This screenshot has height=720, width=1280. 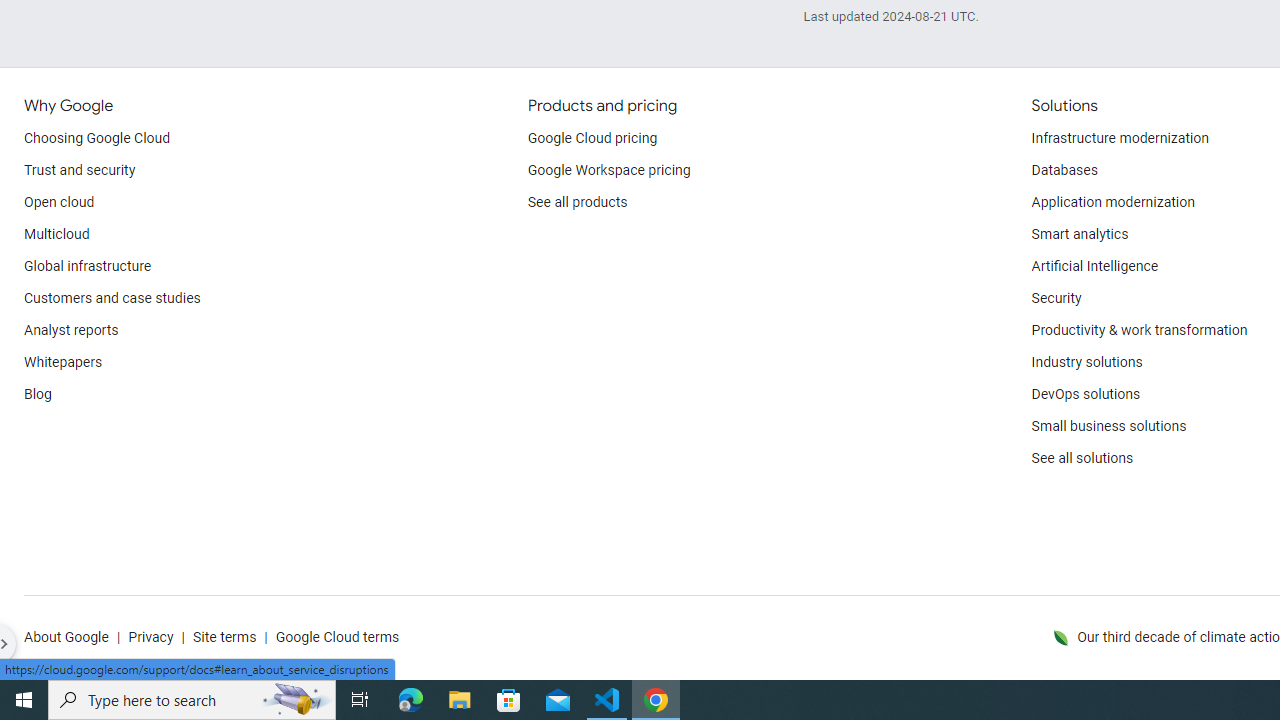 I want to click on 'See all solutions', so click(x=1081, y=458).